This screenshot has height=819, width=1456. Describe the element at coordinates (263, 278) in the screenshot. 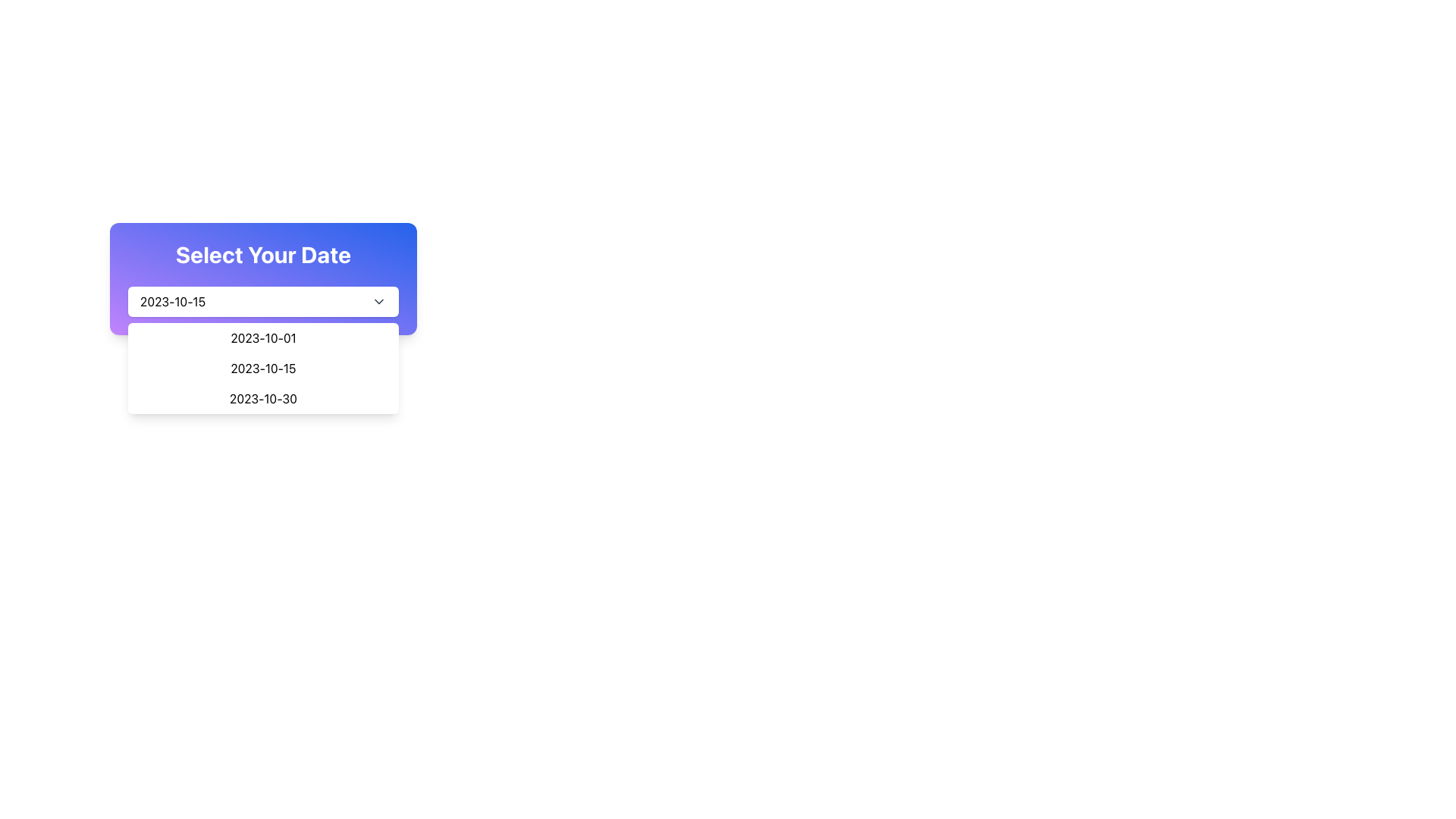

I see `the dropdown menu labeled 'Select Your Date' to choose a date` at that location.